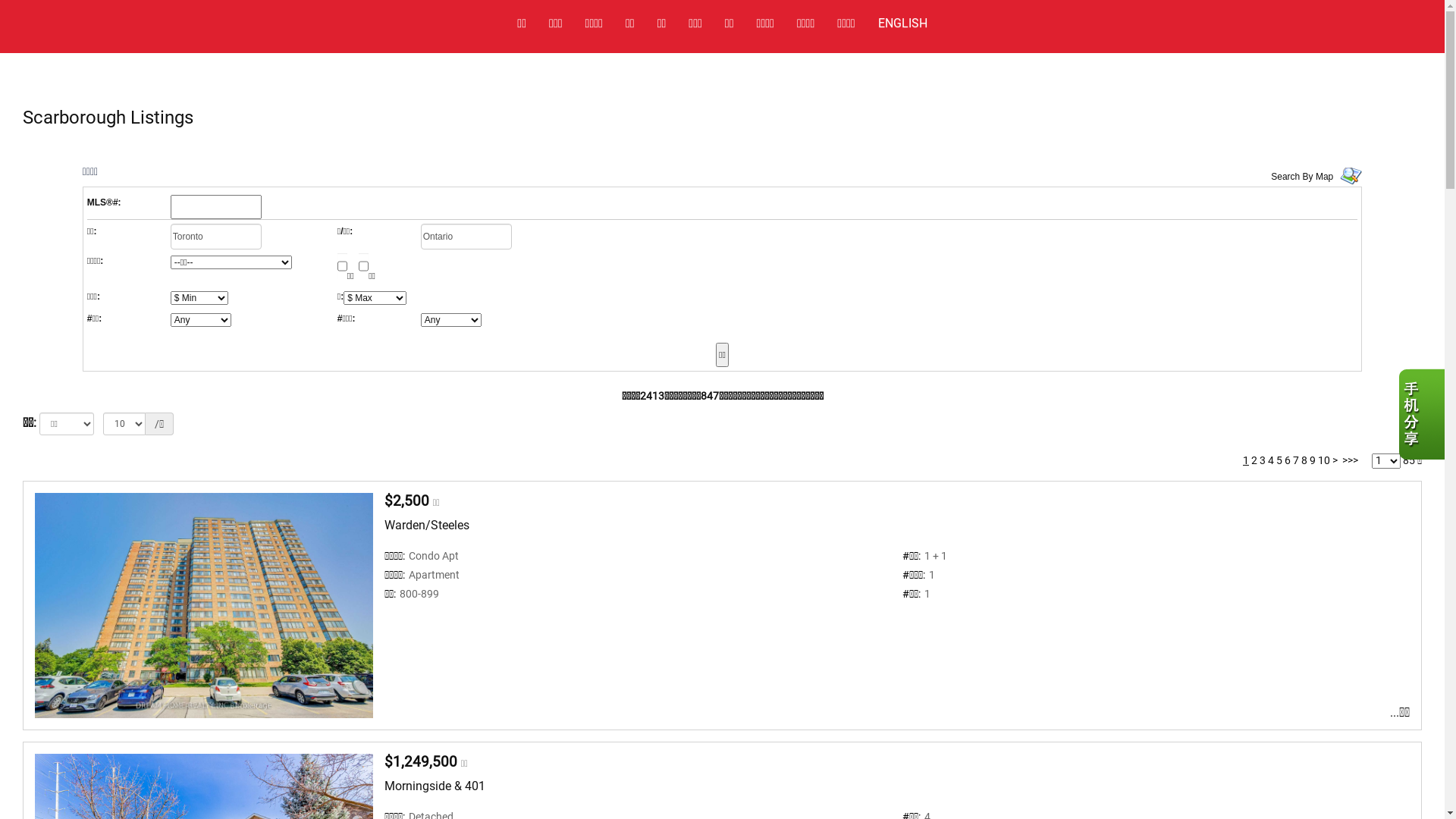 The width and height of the screenshot is (1456, 819). What do you see at coordinates (1278, 459) in the screenshot?
I see `'5'` at bounding box center [1278, 459].